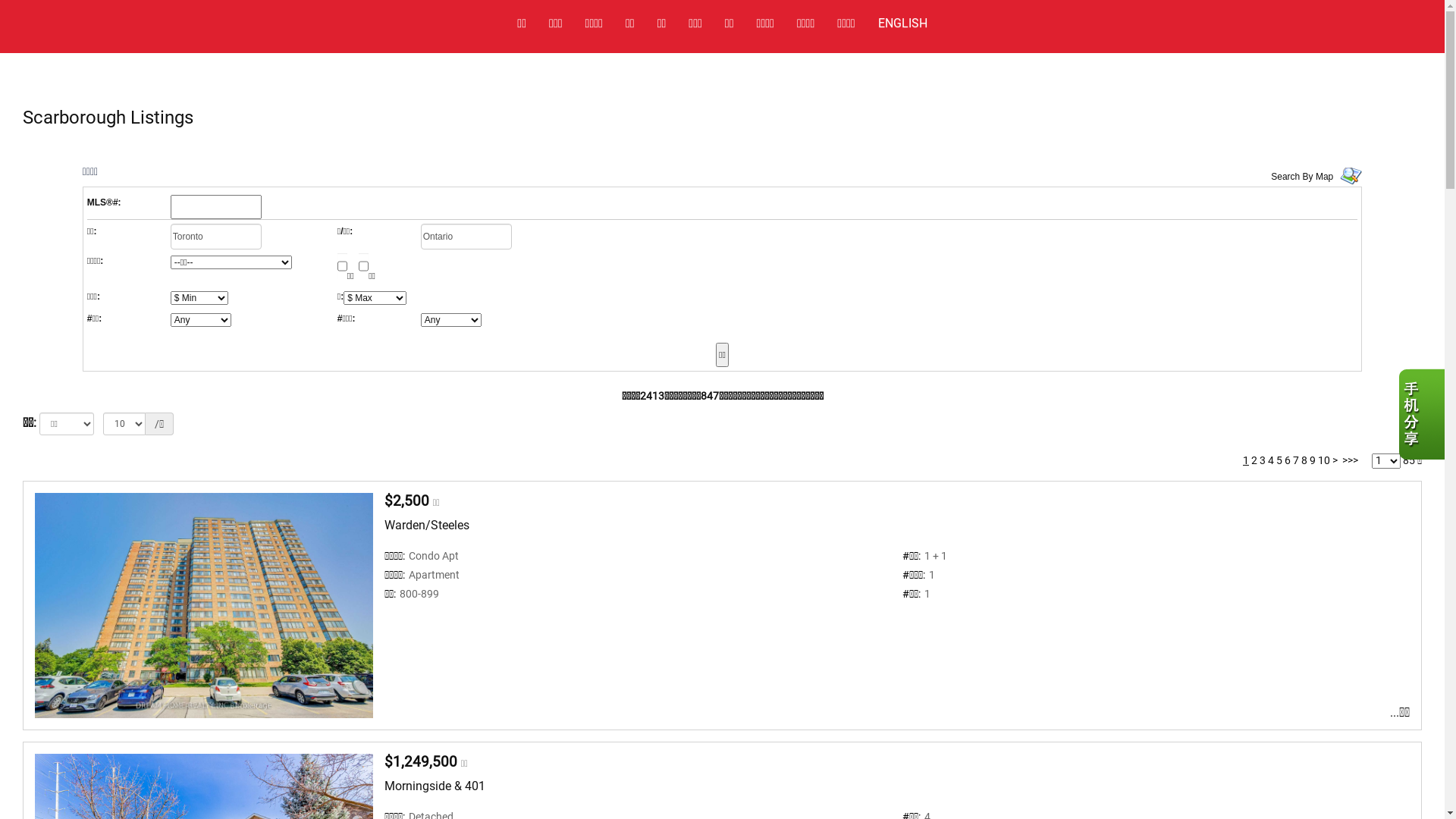 The width and height of the screenshot is (1456, 819). What do you see at coordinates (1278, 459) in the screenshot?
I see `'5'` at bounding box center [1278, 459].